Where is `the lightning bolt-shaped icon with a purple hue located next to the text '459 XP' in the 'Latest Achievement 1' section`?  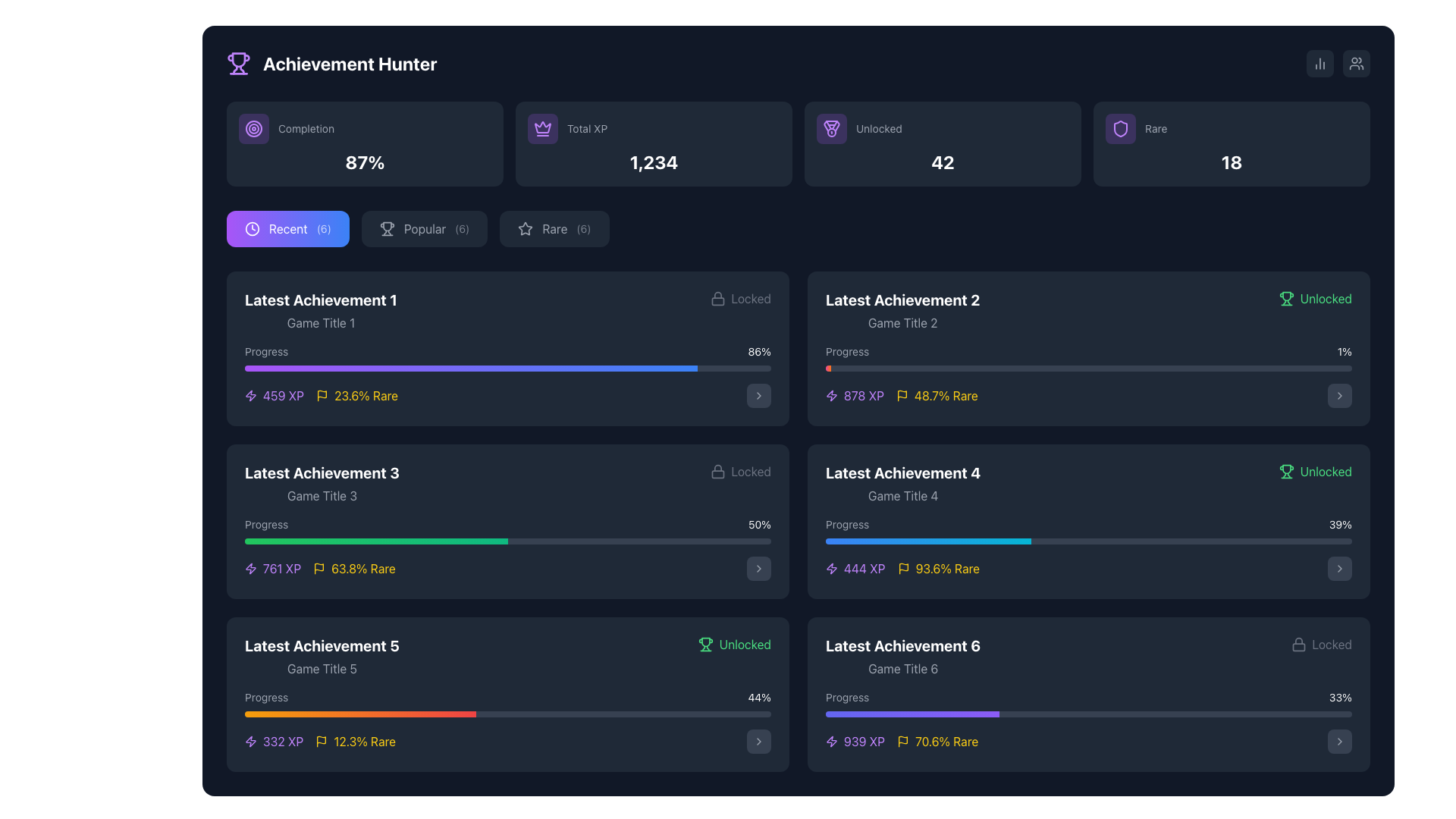 the lightning bolt-shaped icon with a purple hue located next to the text '459 XP' in the 'Latest Achievement 1' section is located at coordinates (251, 394).